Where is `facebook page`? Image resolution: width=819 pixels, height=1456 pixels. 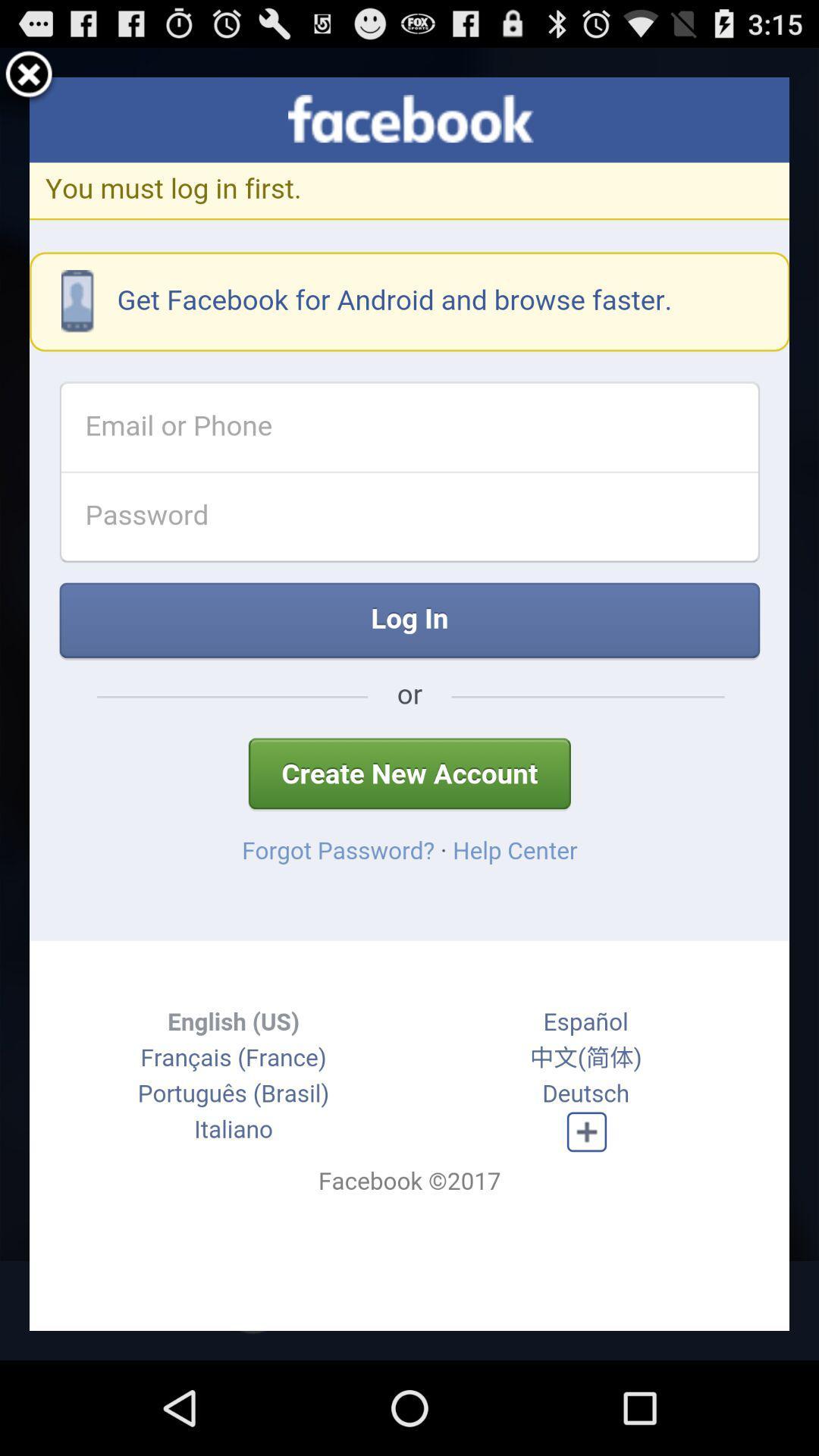
facebook page is located at coordinates (409, 703).